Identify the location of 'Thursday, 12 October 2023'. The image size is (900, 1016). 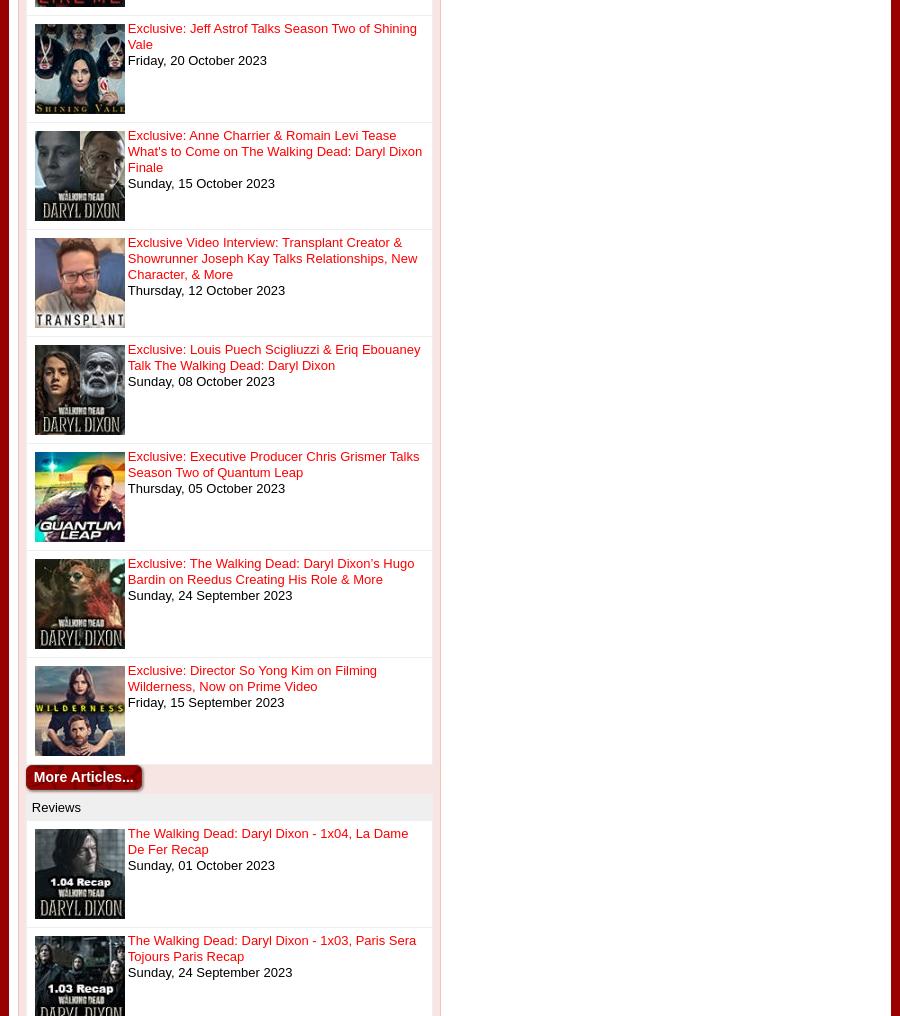
(206, 289).